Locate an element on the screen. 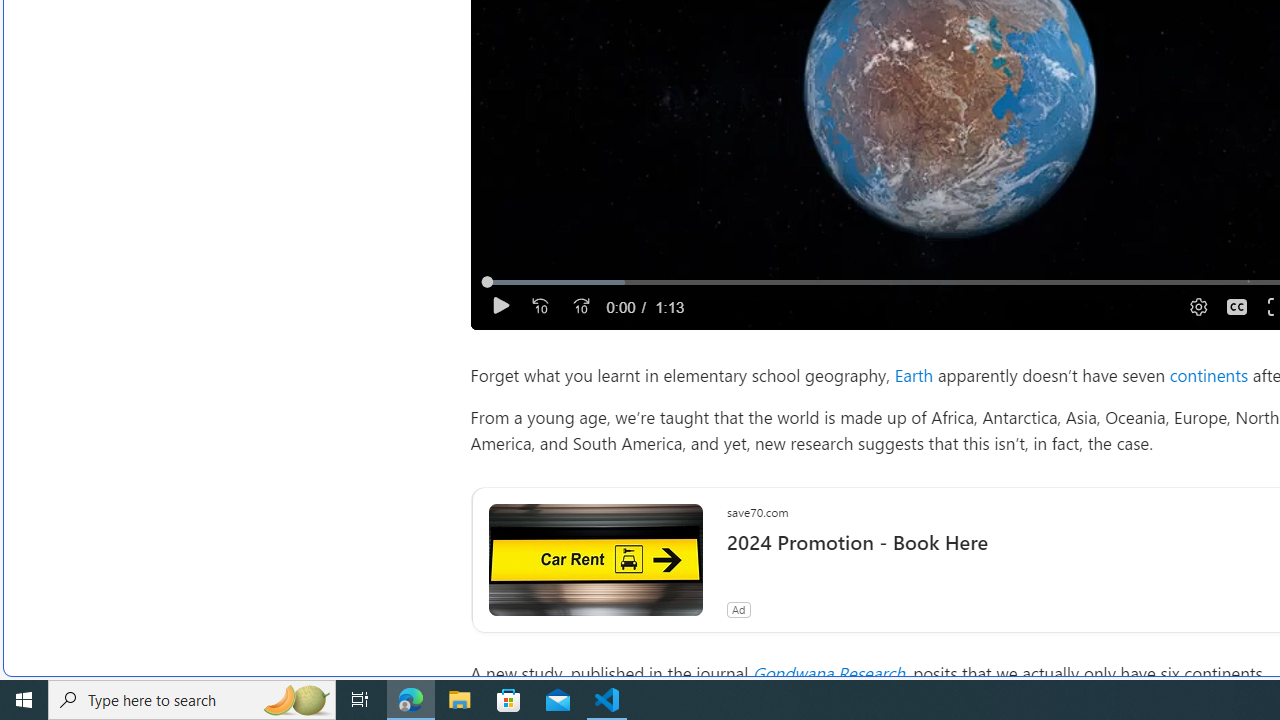 The width and height of the screenshot is (1280, 720). 'Gondwana Research' is located at coordinates (828, 672).